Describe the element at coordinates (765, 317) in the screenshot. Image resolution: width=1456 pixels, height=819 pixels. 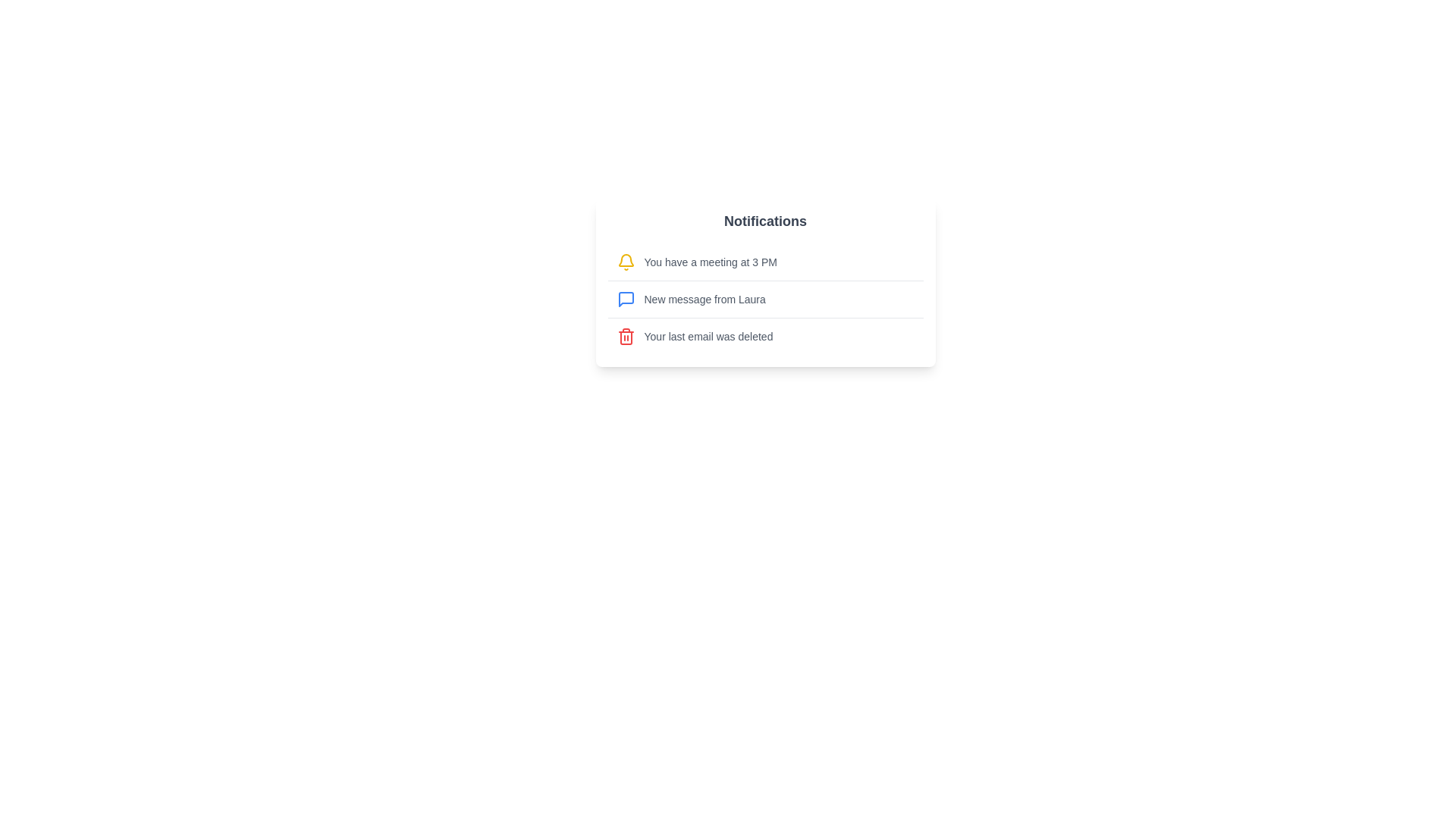
I see `the notification entry labeled 'New message from Laura', which is the second item in the notification list and is located directly below the 'You have a meeting at 3 PM' notification` at that location.